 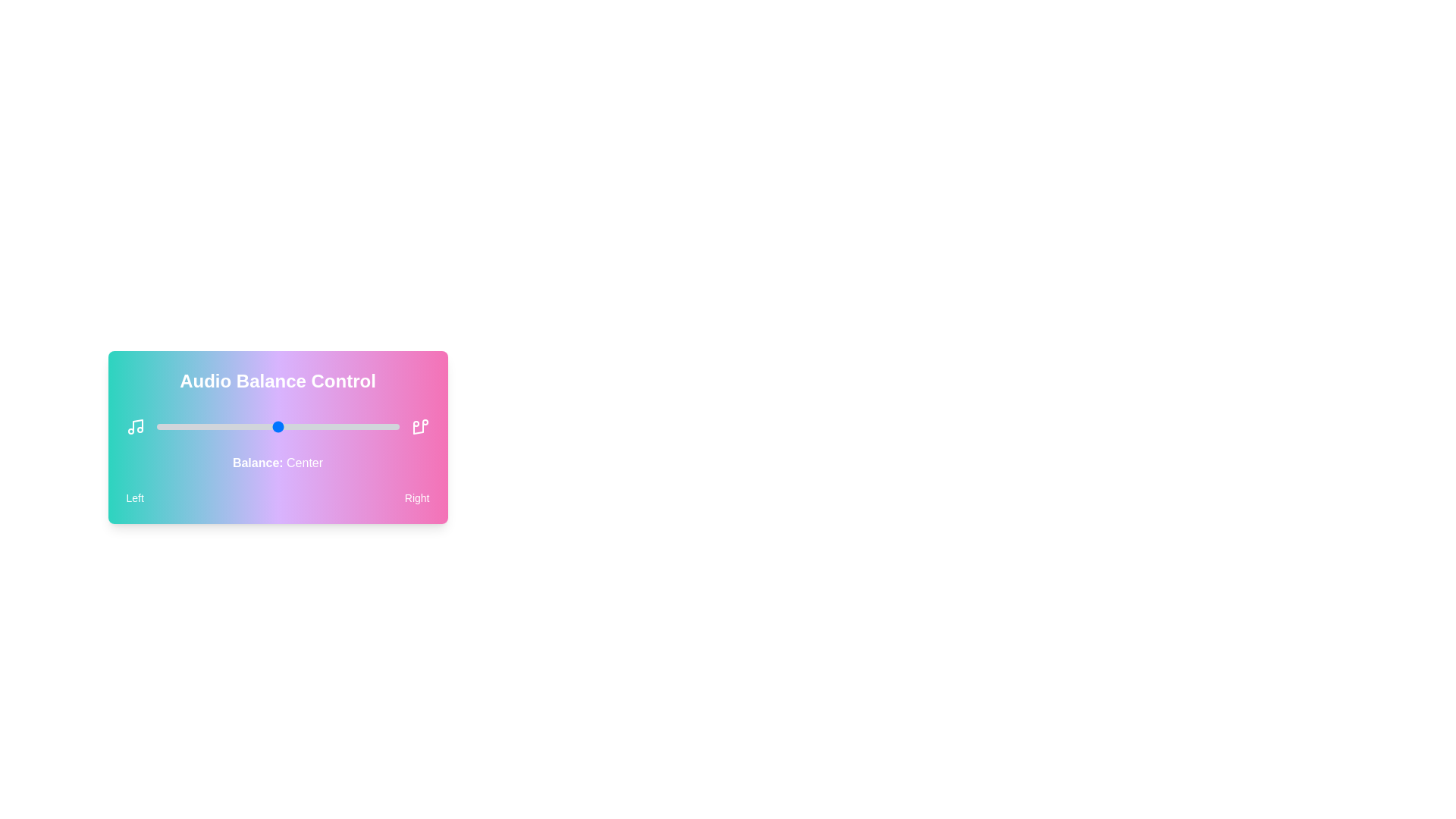 I want to click on the audio balance slider to 93 percent, so click(x=382, y=427).